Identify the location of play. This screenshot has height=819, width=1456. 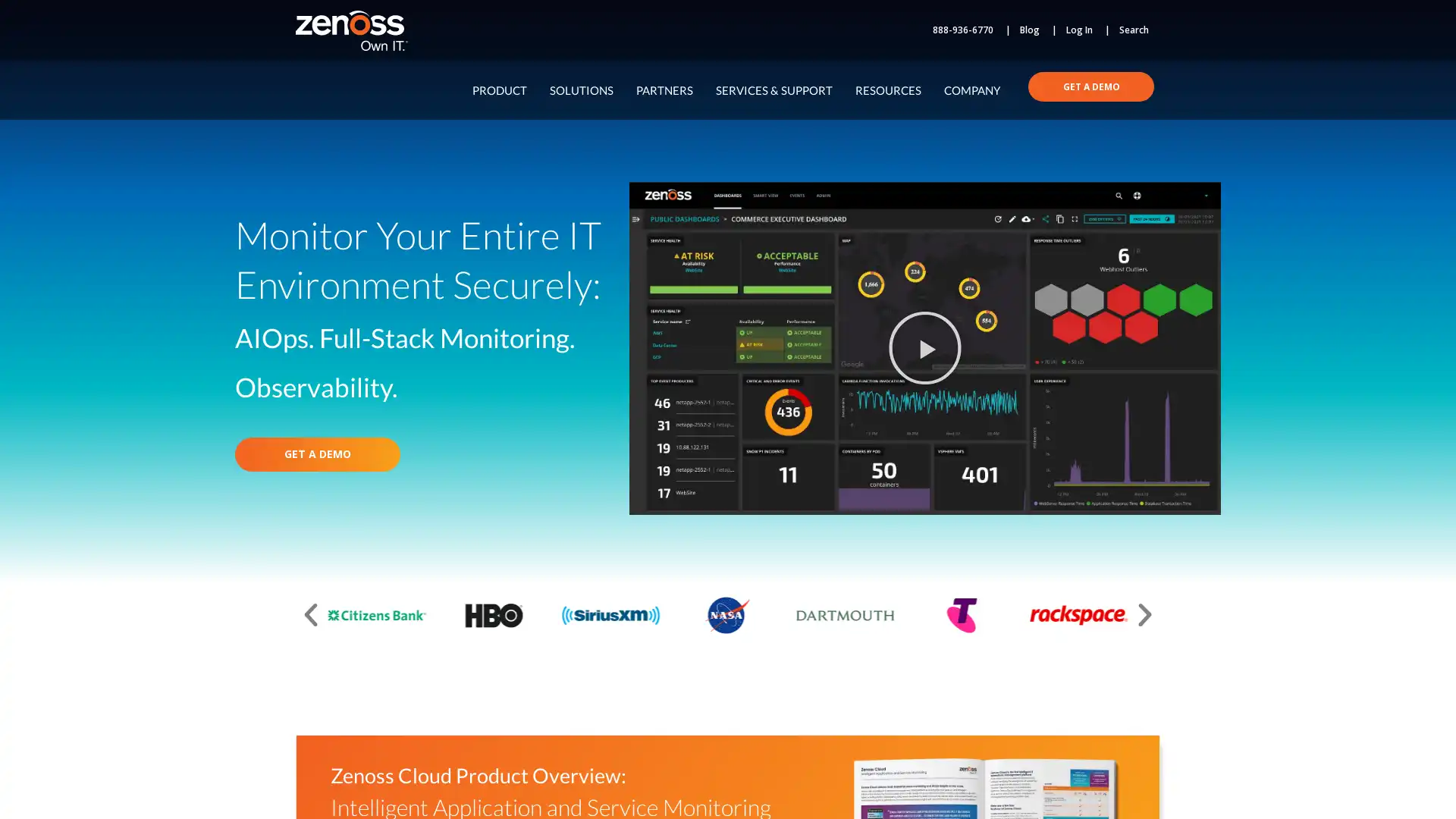
(648, 441).